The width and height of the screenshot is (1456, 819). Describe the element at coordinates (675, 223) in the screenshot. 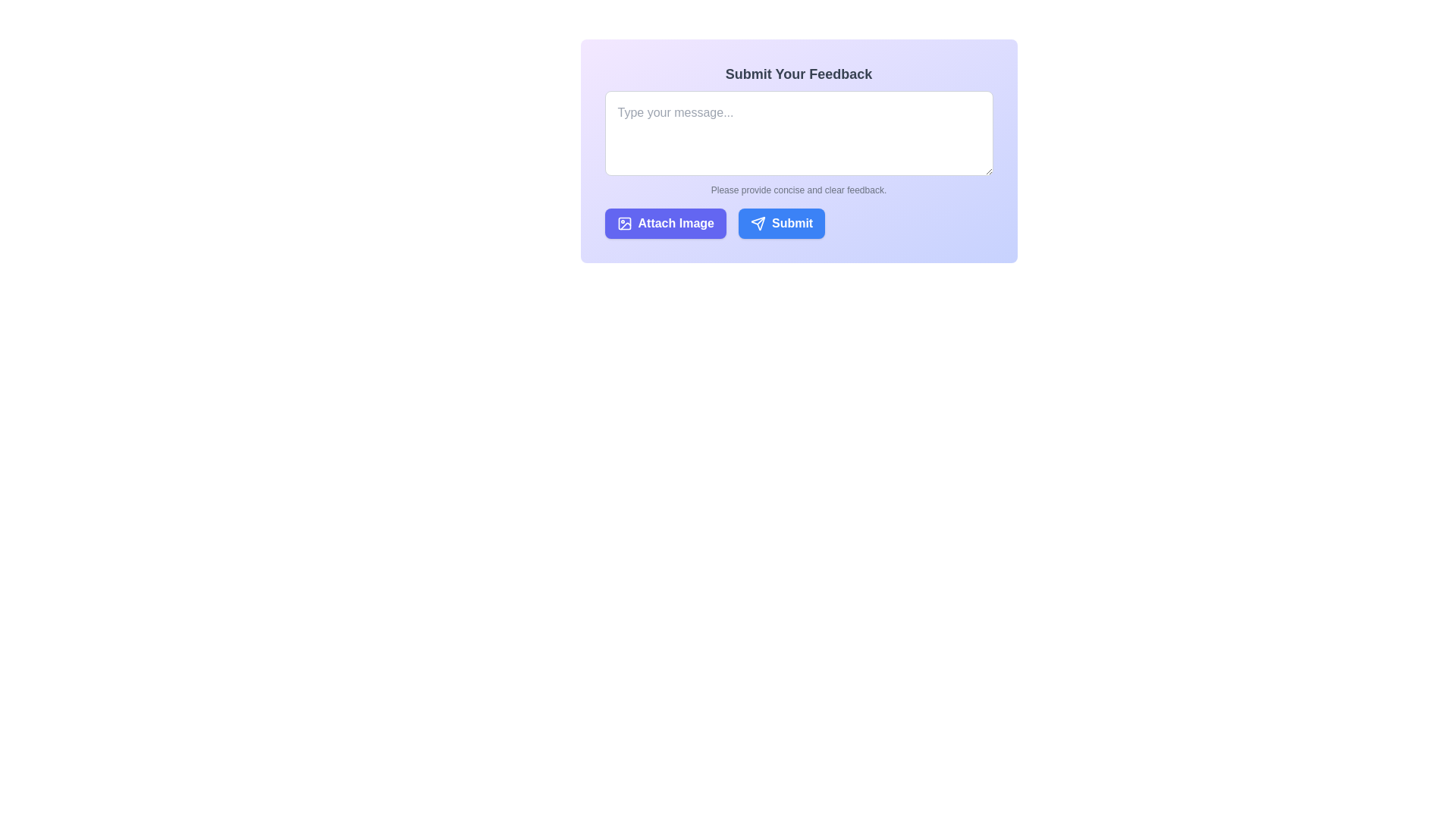

I see `the text label indicating 'Attach Image', which is part of a button group that suggests the action of attaching an image to feedback` at that location.